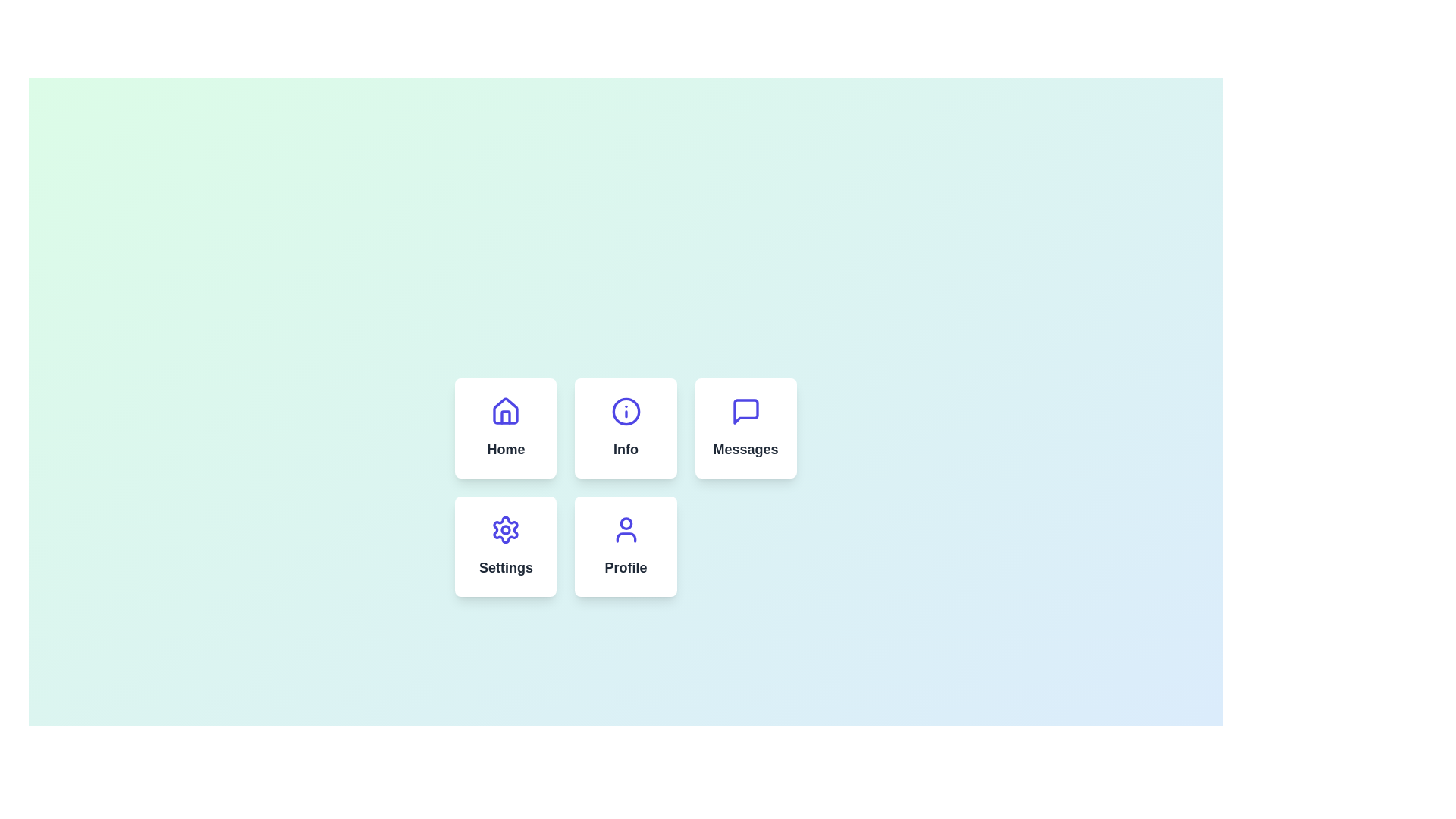  I want to click on the lower rectangular part of the house icon in the Home SVG element located in the top-left square of the grid, so click(506, 417).